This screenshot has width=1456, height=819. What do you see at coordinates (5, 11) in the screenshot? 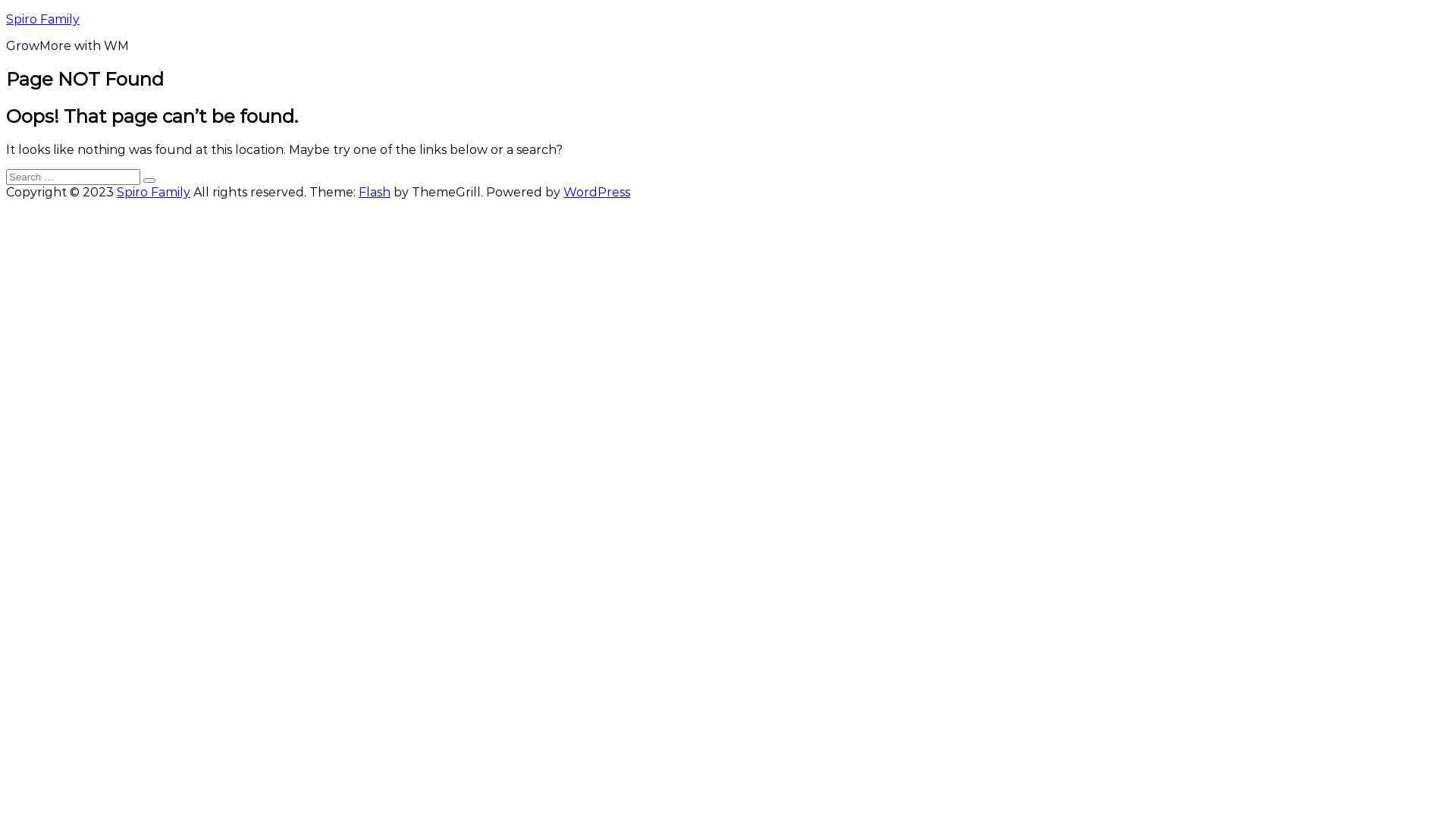
I see `'Skip to content'` at bounding box center [5, 11].